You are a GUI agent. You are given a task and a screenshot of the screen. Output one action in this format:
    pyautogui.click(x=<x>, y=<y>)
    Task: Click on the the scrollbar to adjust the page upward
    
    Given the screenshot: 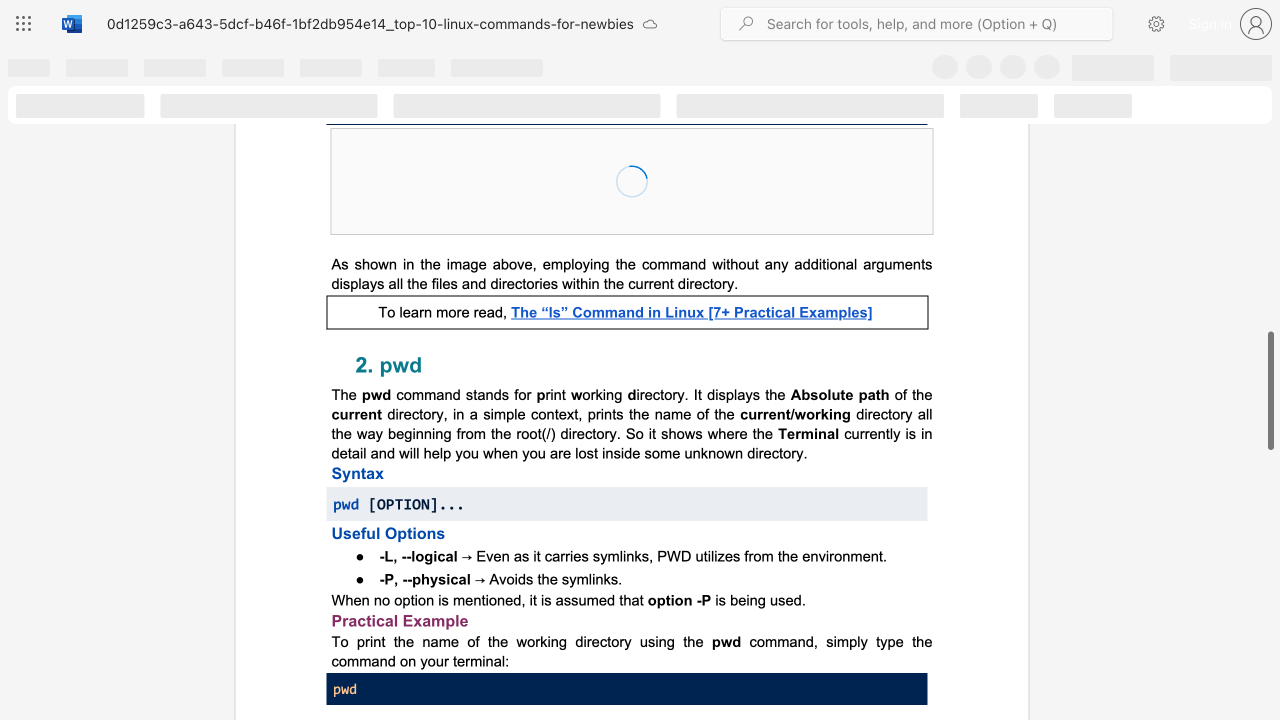 What is the action you would take?
    pyautogui.click(x=1269, y=130)
    